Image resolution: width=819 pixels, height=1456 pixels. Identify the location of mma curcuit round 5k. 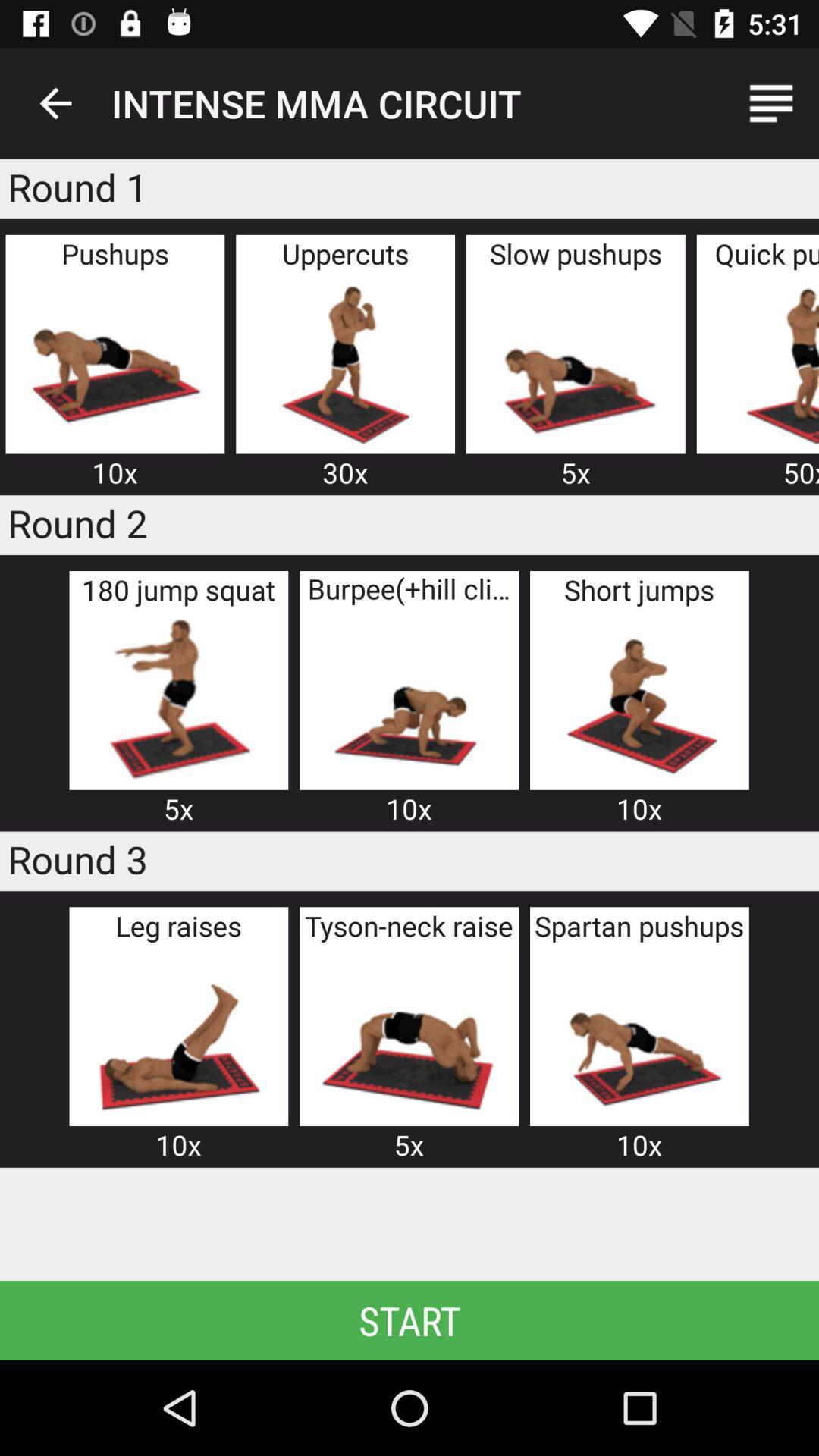
(408, 1034).